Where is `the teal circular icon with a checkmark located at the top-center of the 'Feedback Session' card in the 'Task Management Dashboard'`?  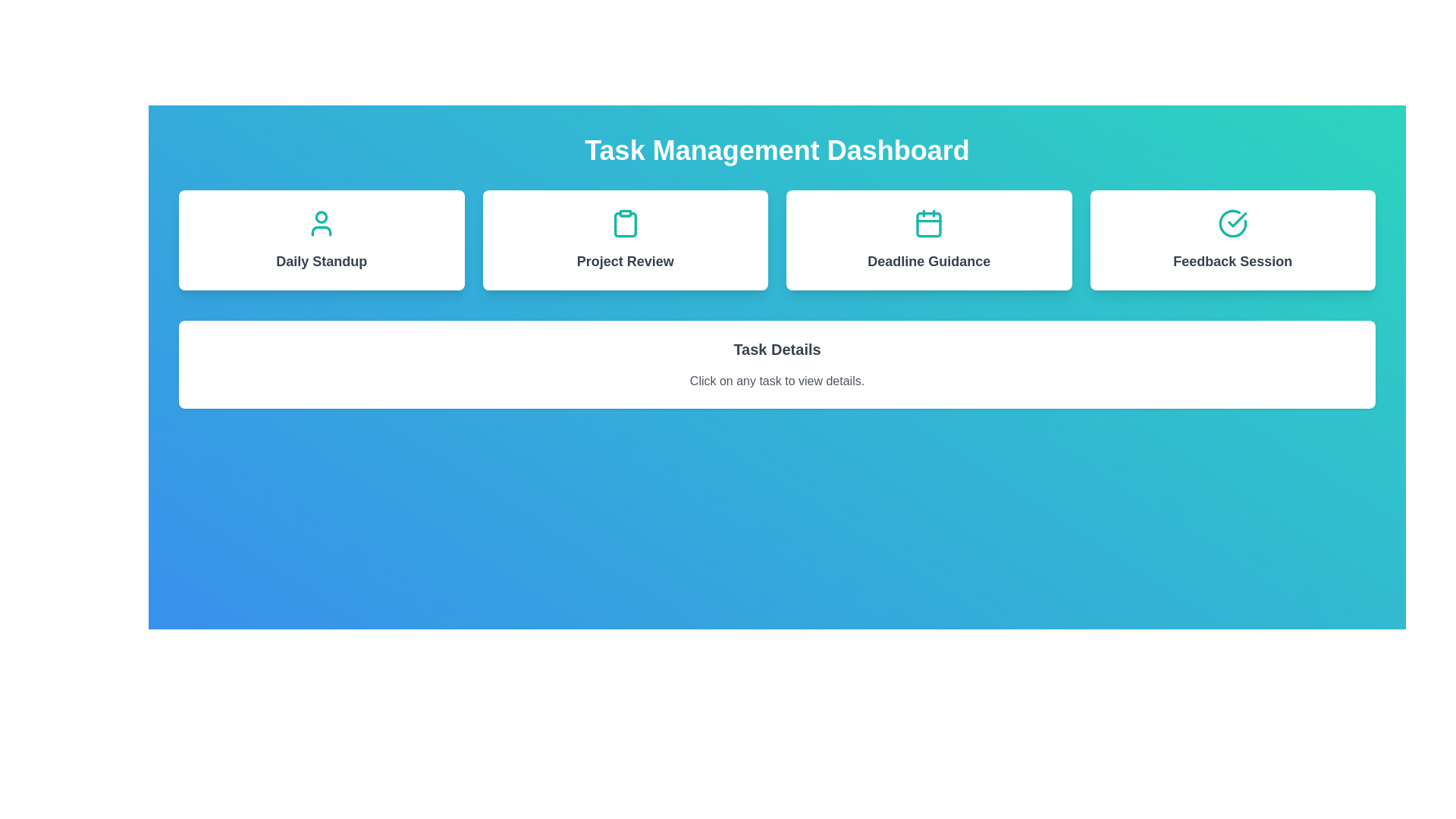 the teal circular icon with a checkmark located at the top-center of the 'Feedback Session' card in the 'Task Management Dashboard' is located at coordinates (1232, 223).